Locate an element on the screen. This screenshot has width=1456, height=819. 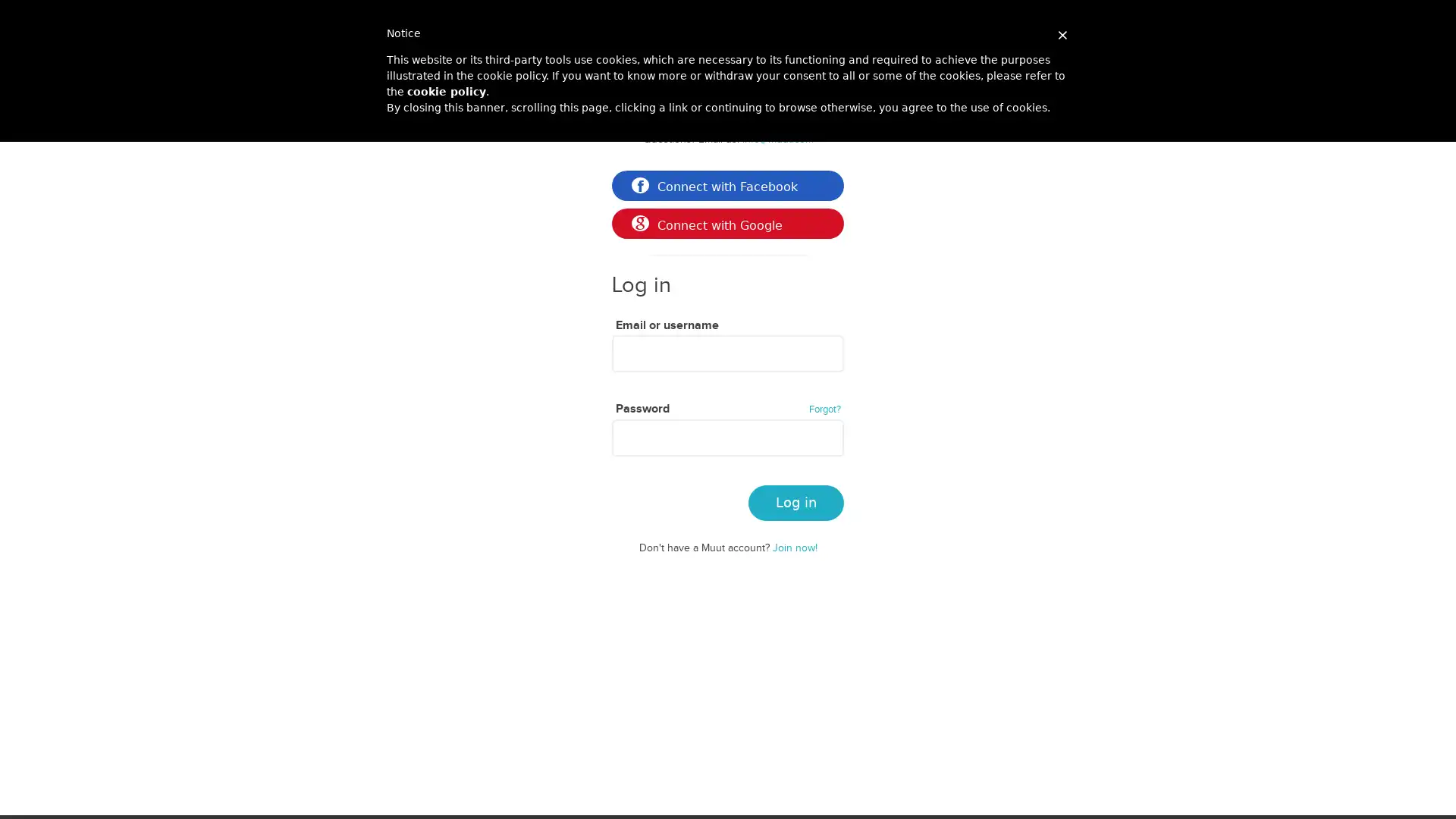
Log in is located at coordinates (795, 502).